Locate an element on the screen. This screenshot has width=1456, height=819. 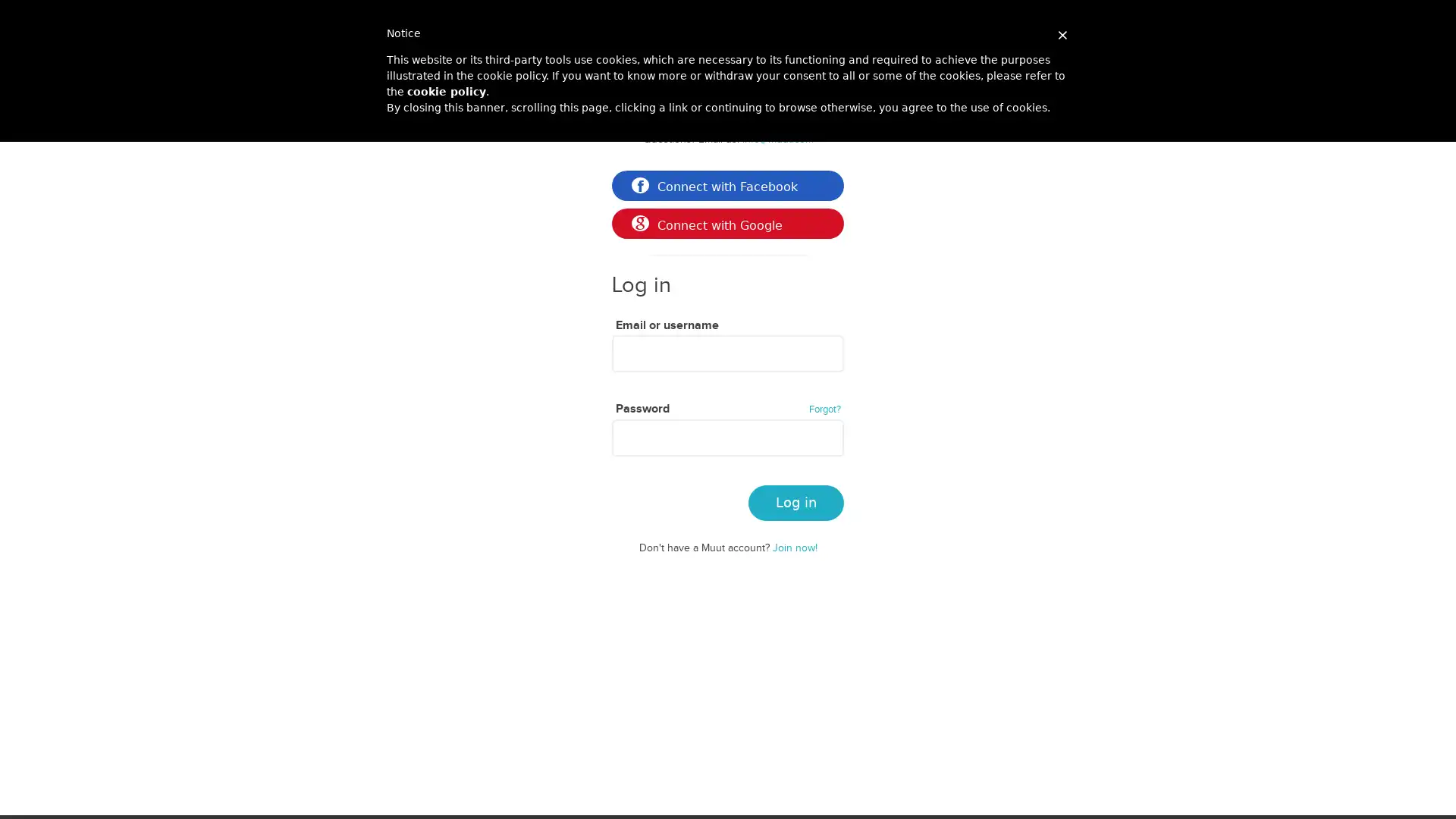
Log in is located at coordinates (795, 502).